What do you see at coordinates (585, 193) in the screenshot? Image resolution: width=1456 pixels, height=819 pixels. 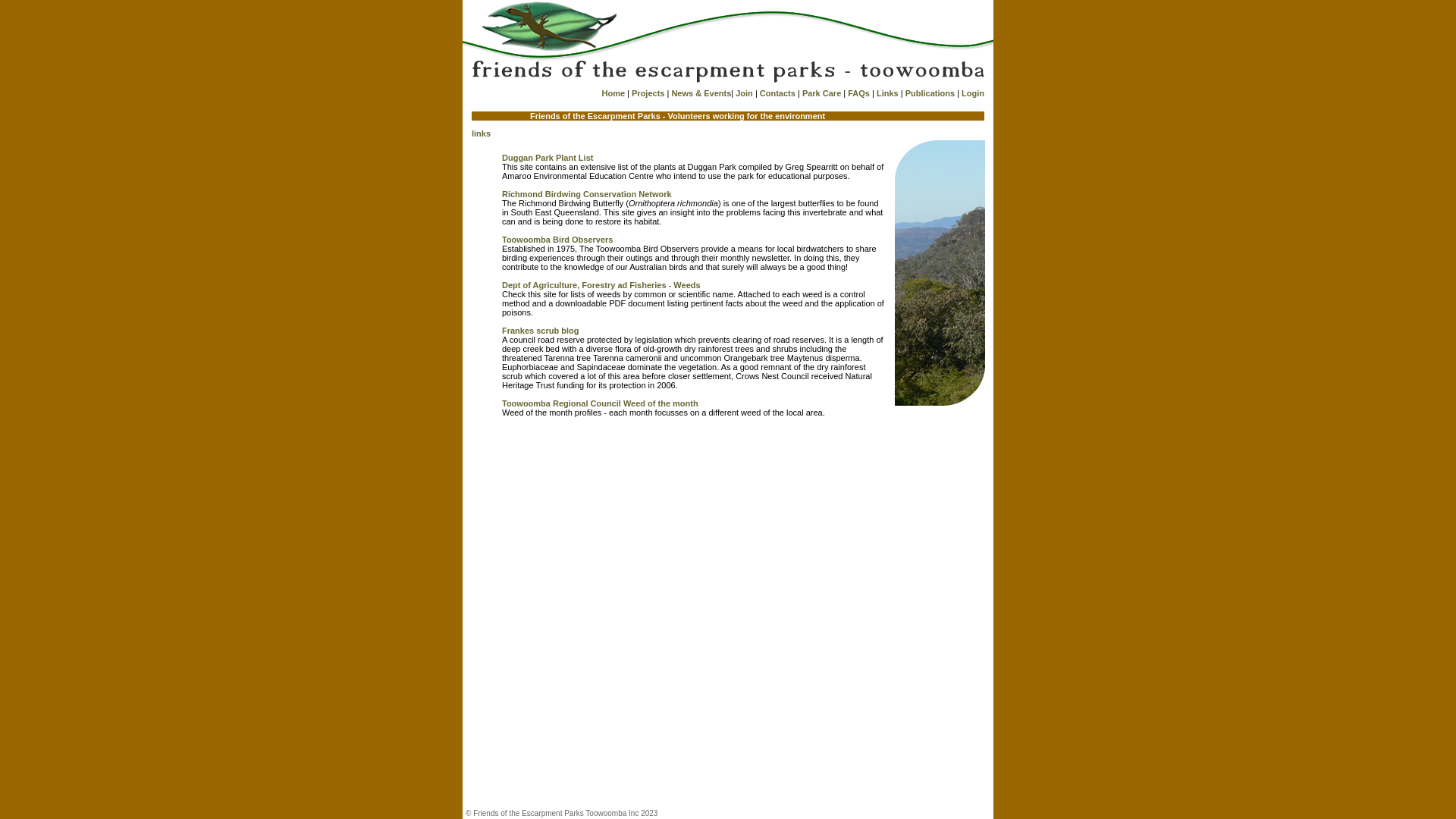 I see `'Richmond Birdwing Conservation Network'` at bounding box center [585, 193].